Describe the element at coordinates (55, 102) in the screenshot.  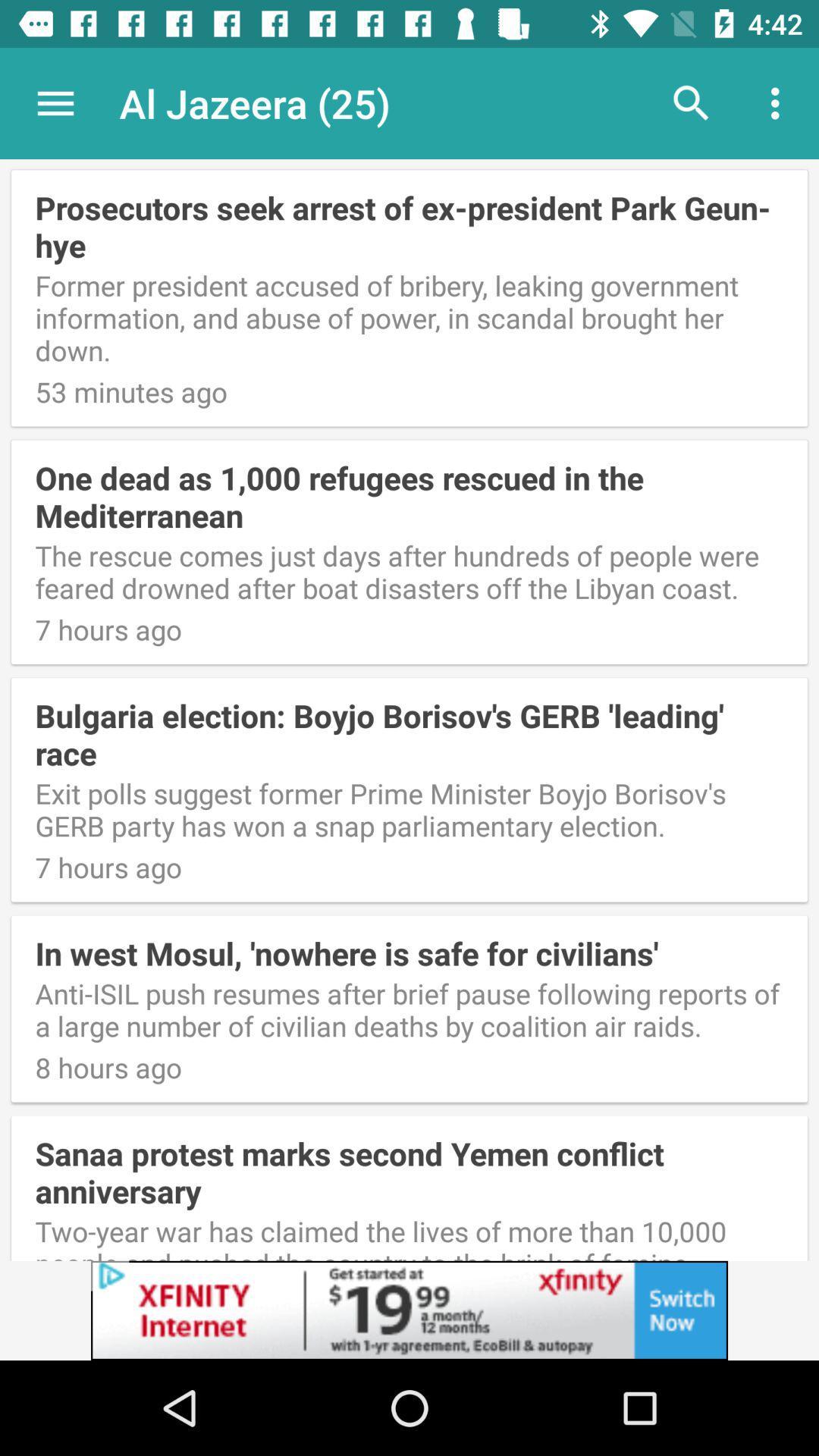
I see `the icon above the prosecutors seek arrest` at that location.